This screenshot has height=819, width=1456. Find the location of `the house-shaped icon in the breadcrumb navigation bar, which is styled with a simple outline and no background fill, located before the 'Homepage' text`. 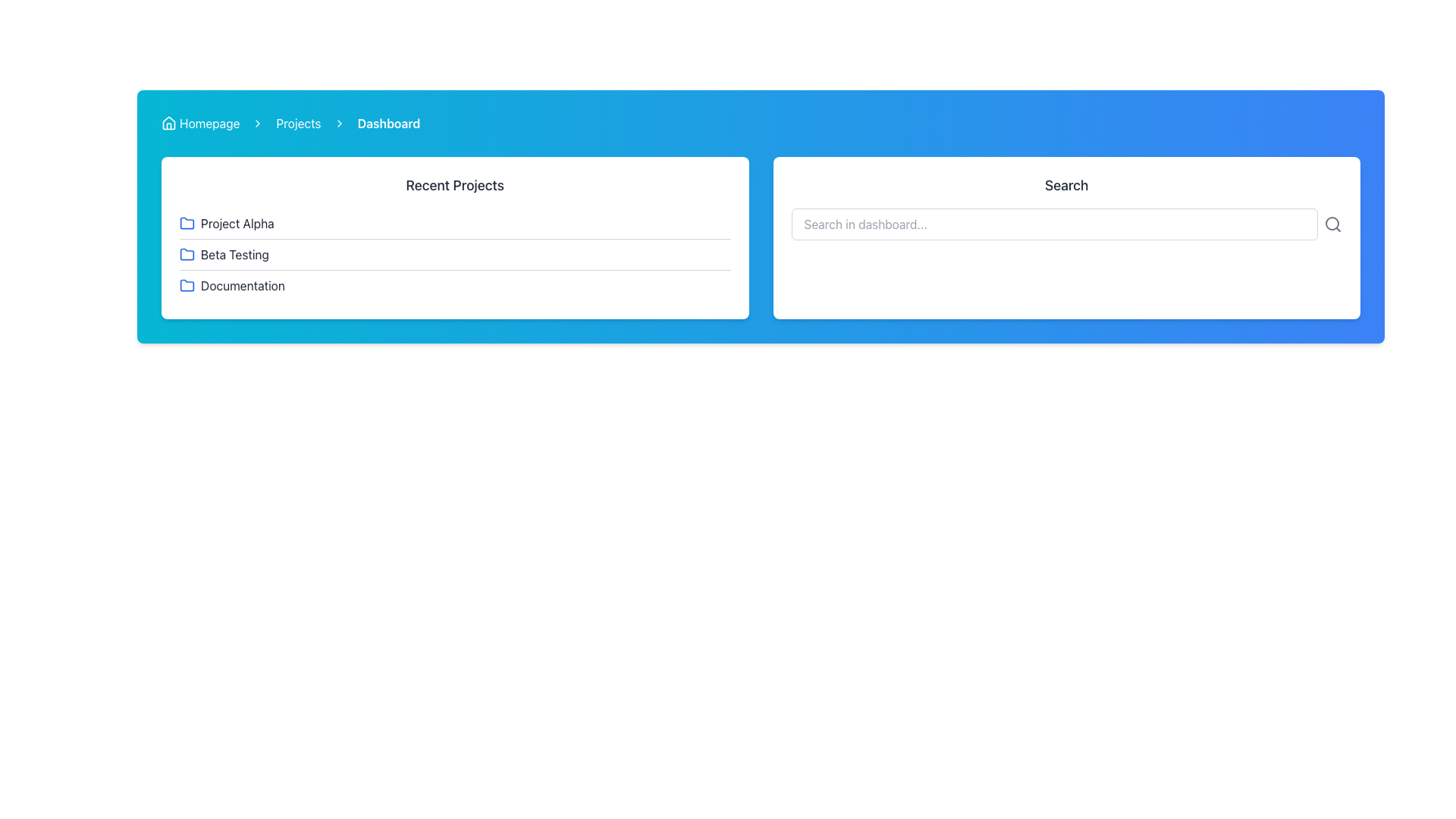

the house-shaped icon in the breadcrumb navigation bar, which is styled with a simple outline and no background fill, located before the 'Homepage' text is located at coordinates (168, 122).